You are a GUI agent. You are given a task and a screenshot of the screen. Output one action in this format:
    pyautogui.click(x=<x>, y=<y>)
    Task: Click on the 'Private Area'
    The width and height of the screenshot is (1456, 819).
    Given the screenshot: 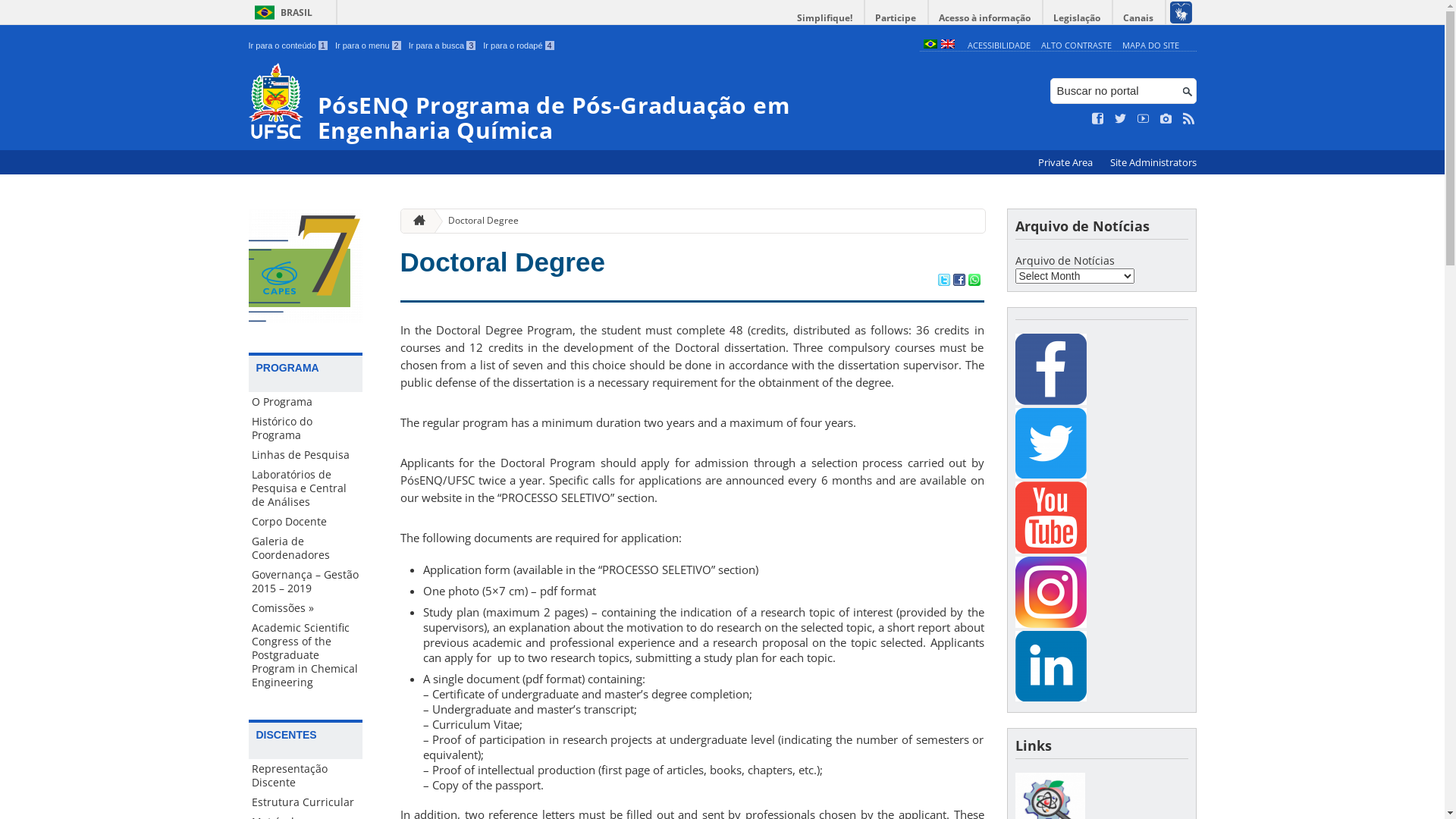 What is the action you would take?
    pyautogui.click(x=1065, y=162)
    